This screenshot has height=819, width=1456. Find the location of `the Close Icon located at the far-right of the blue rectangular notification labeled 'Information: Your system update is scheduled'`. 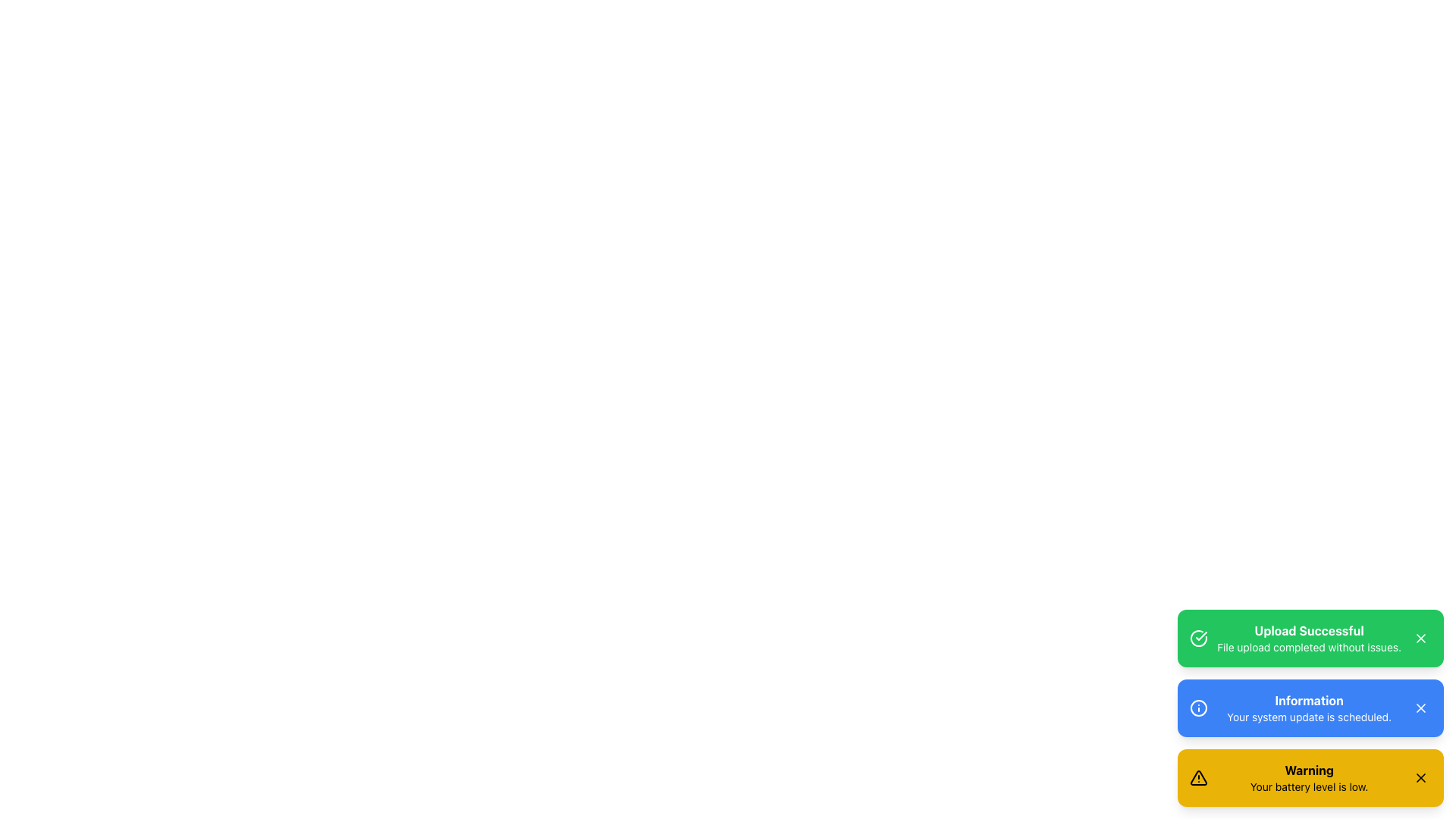

the Close Icon located at the far-right of the blue rectangular notification labeled 'Information: Your system update is scheduled' is located at coordinates (1420, 708).